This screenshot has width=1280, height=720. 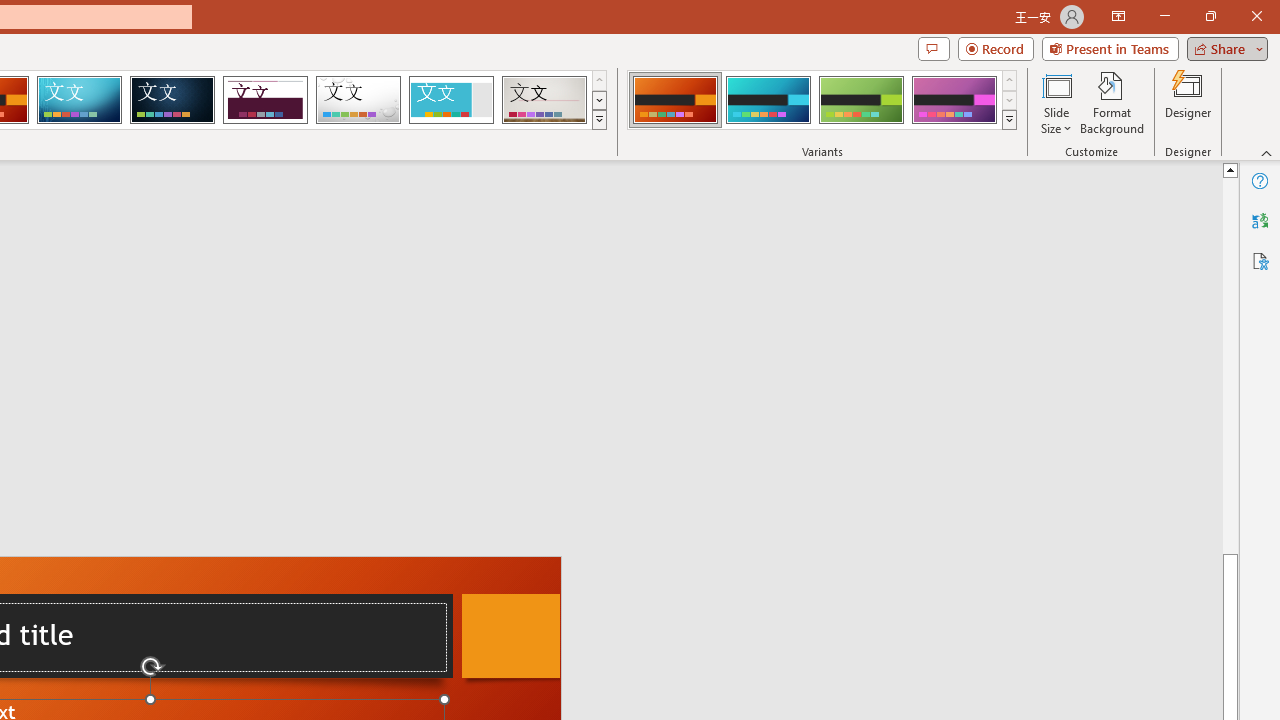 What do you see at coordinates (544, 100) in the screenshot?
I see `'Gallery'` at bounding box center [544, 100].